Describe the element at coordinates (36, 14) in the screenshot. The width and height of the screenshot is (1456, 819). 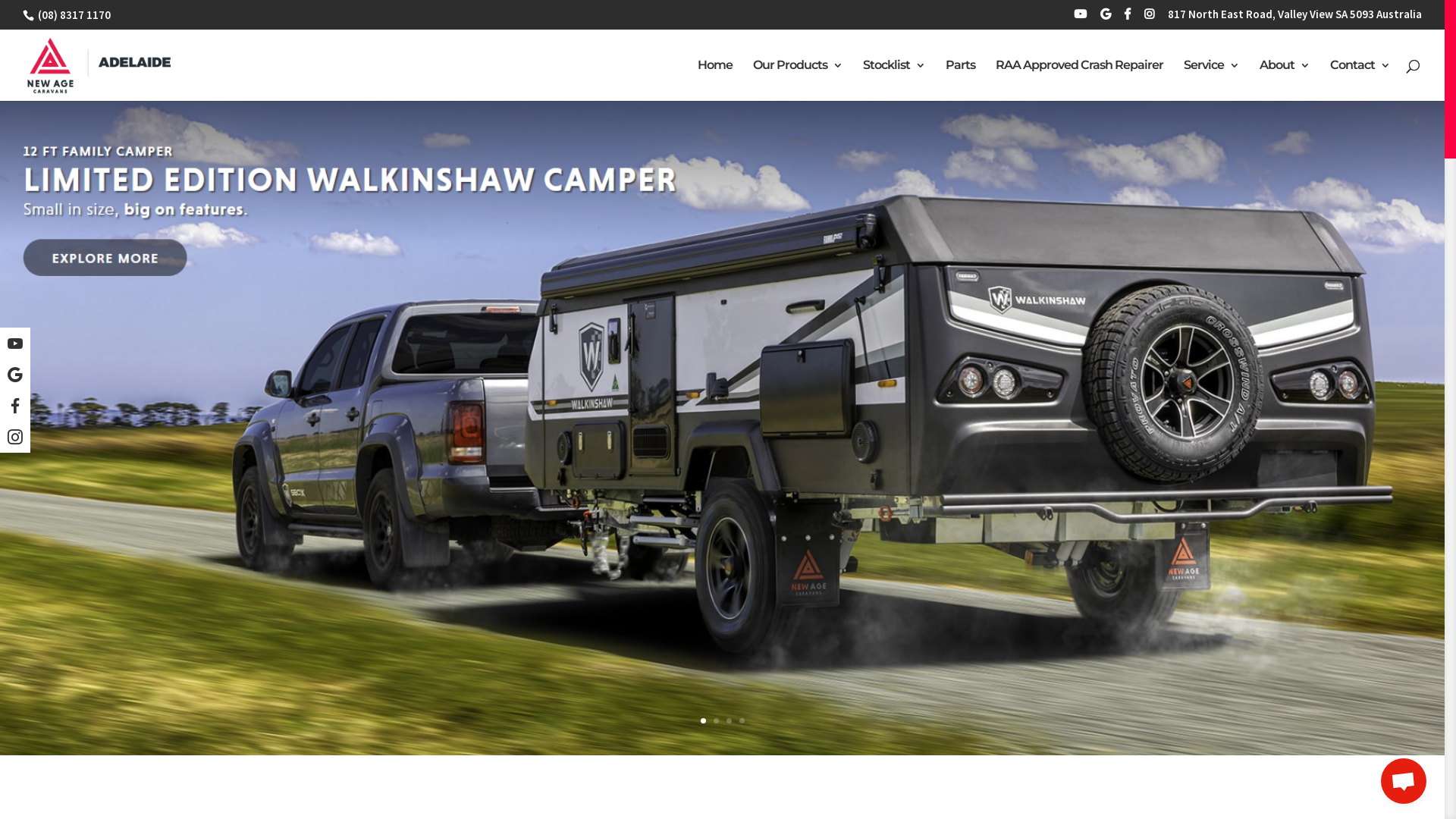
I see `'(08) 8317 1170'` at that location.